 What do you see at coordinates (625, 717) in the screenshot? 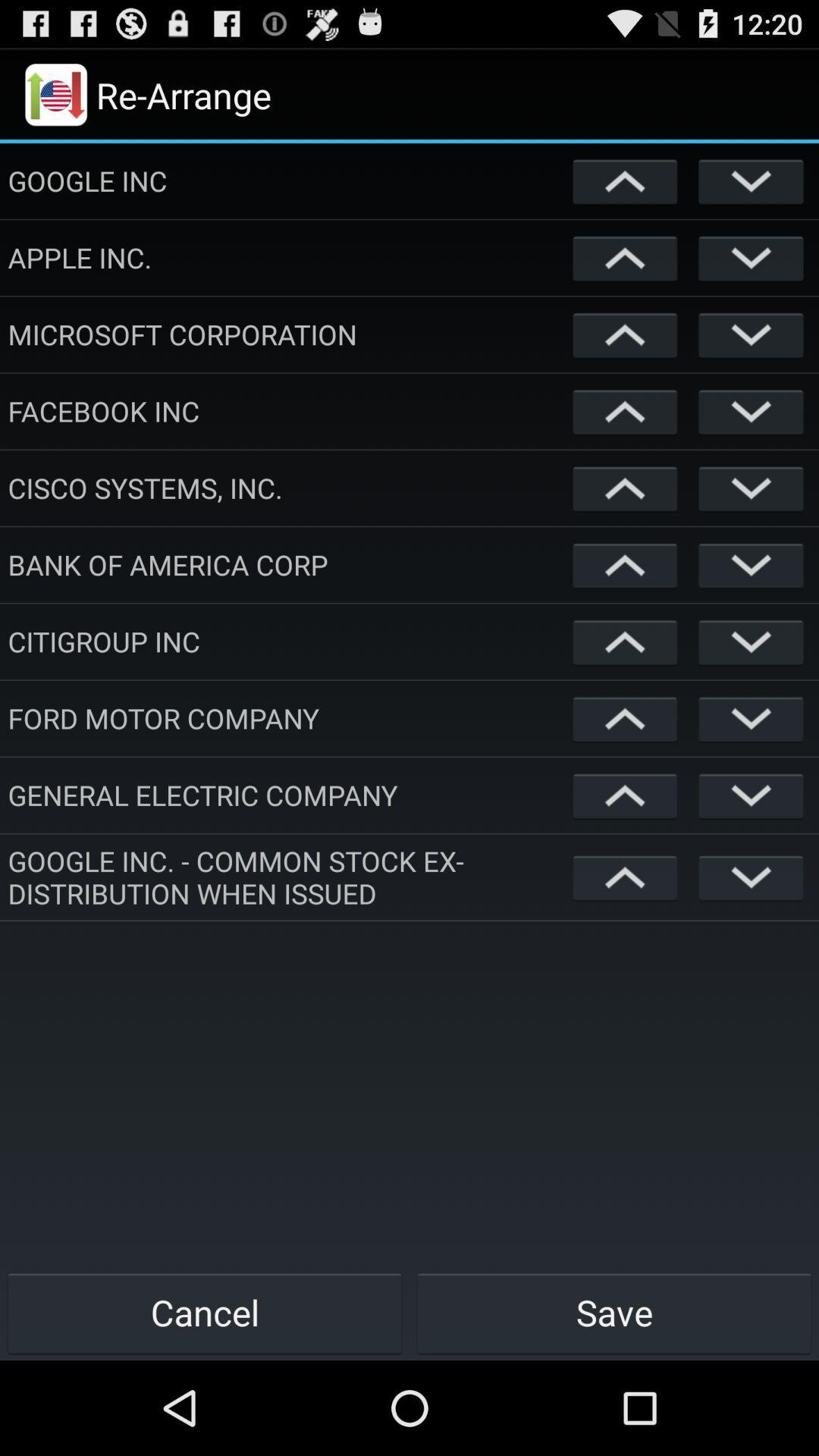
I see `move item up` at bounding box center [625, 717].